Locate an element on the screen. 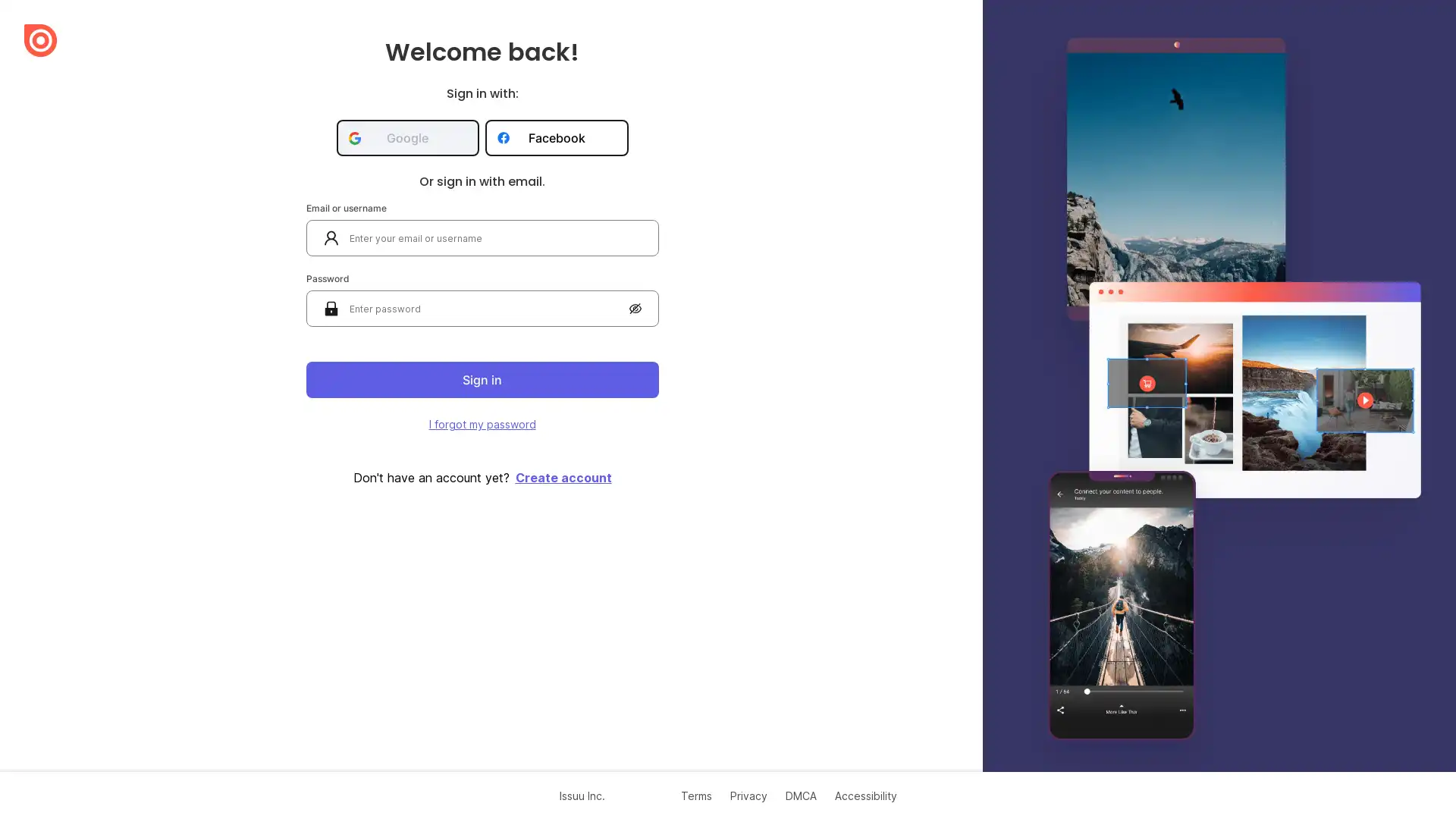 This screenshot has height=819, width=1456. Google is located at coordinates (407, 137).